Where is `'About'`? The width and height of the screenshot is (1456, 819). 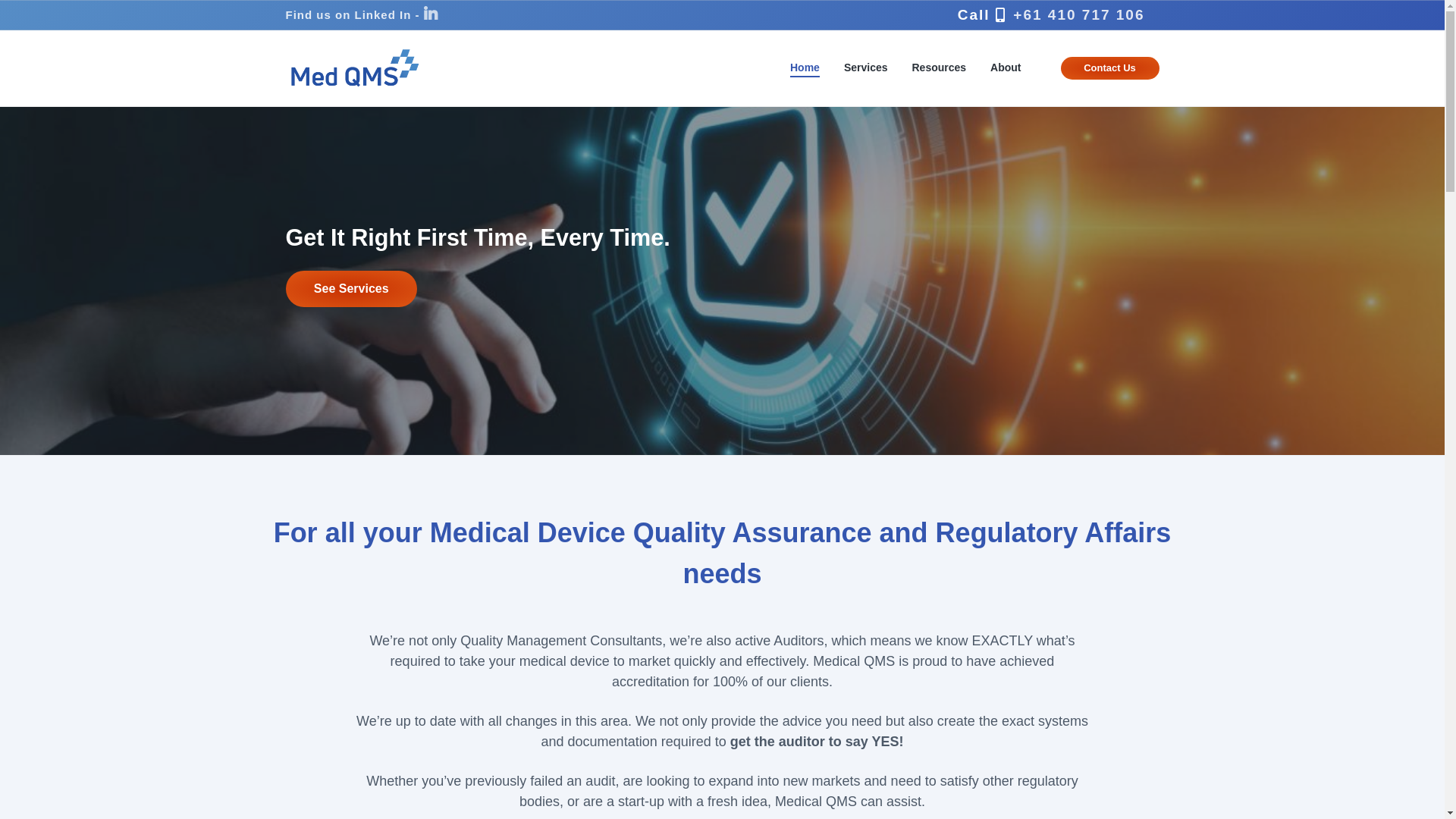 'About' is located at coordinates (1005, 67).